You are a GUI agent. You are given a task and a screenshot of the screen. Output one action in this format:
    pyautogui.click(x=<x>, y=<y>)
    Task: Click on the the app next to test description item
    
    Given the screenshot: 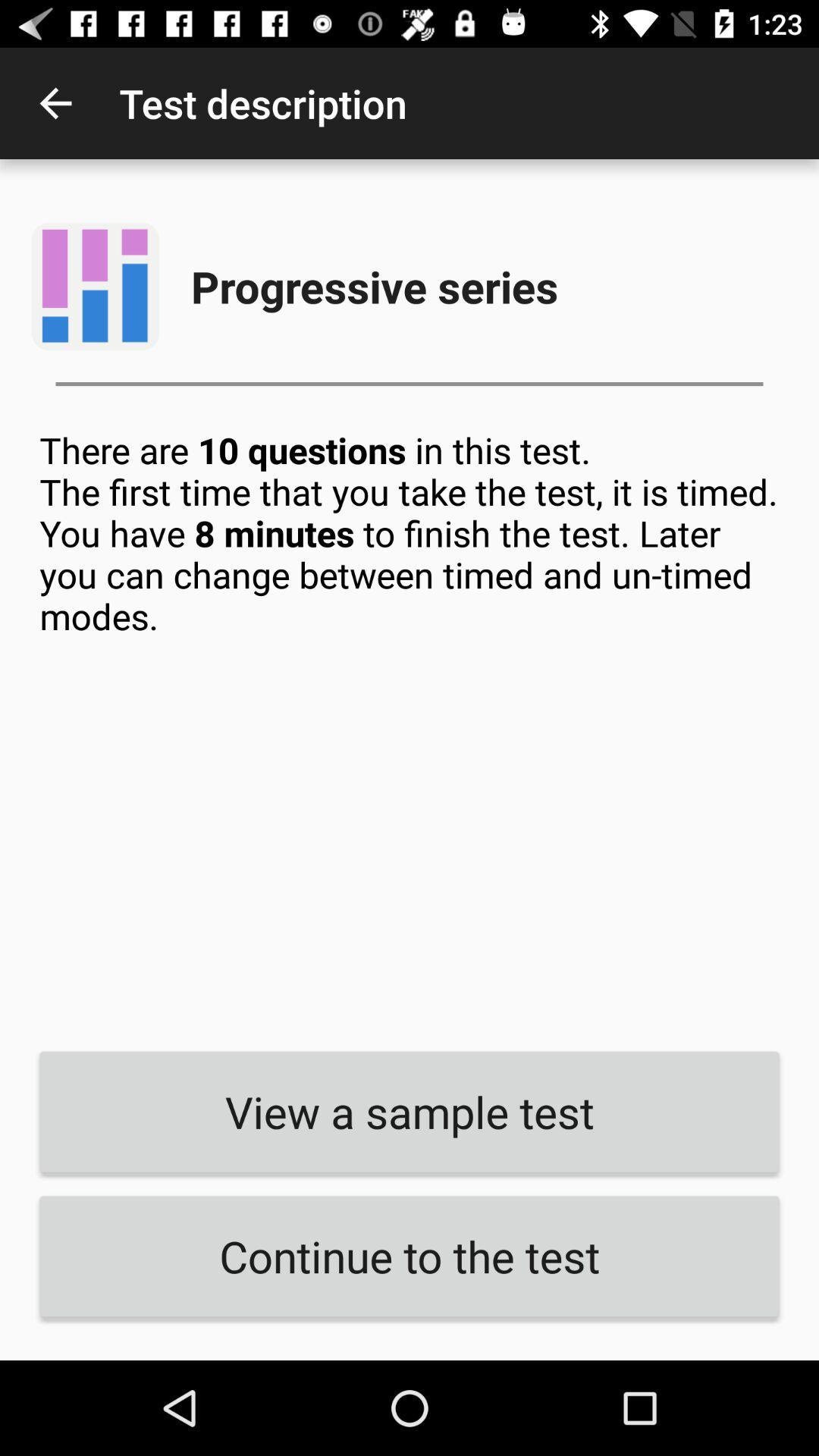 What is the action you would take?
    pyautogui.click(x=55, y=102)
    